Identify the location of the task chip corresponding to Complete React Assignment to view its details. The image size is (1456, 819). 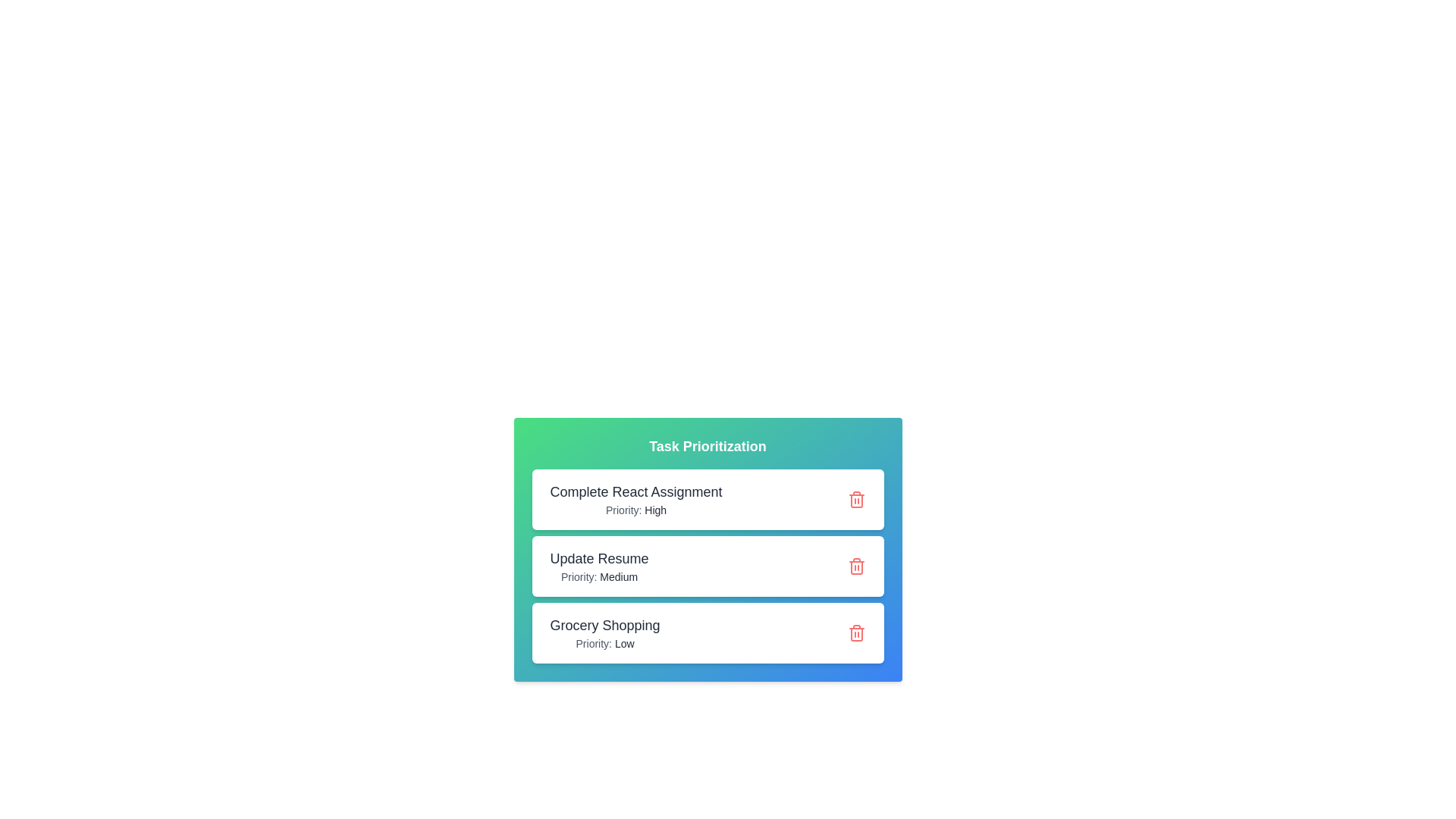
(707, 500).